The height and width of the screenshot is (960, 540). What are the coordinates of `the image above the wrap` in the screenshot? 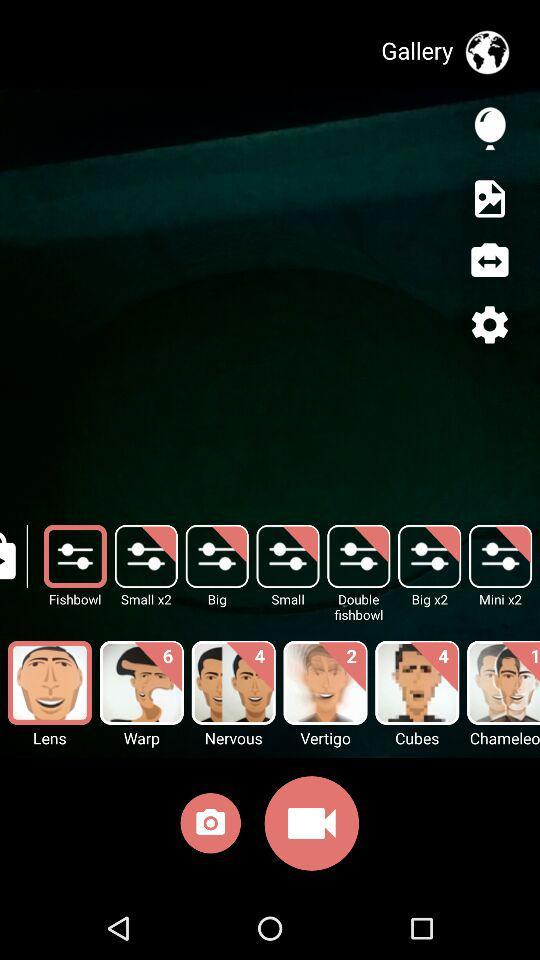 It's located at (141, 683).